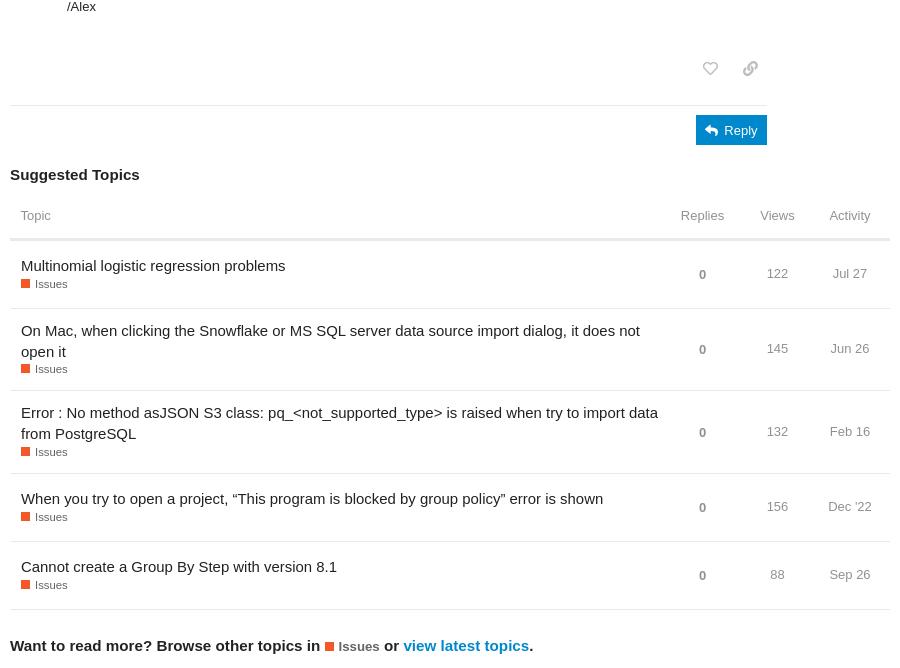 The width and height of the screenshot is (900, 668). What do you see at coordinates (831, 272) in the screenshot?
I see `'Jul 27'` at bounding box center [831, 272].